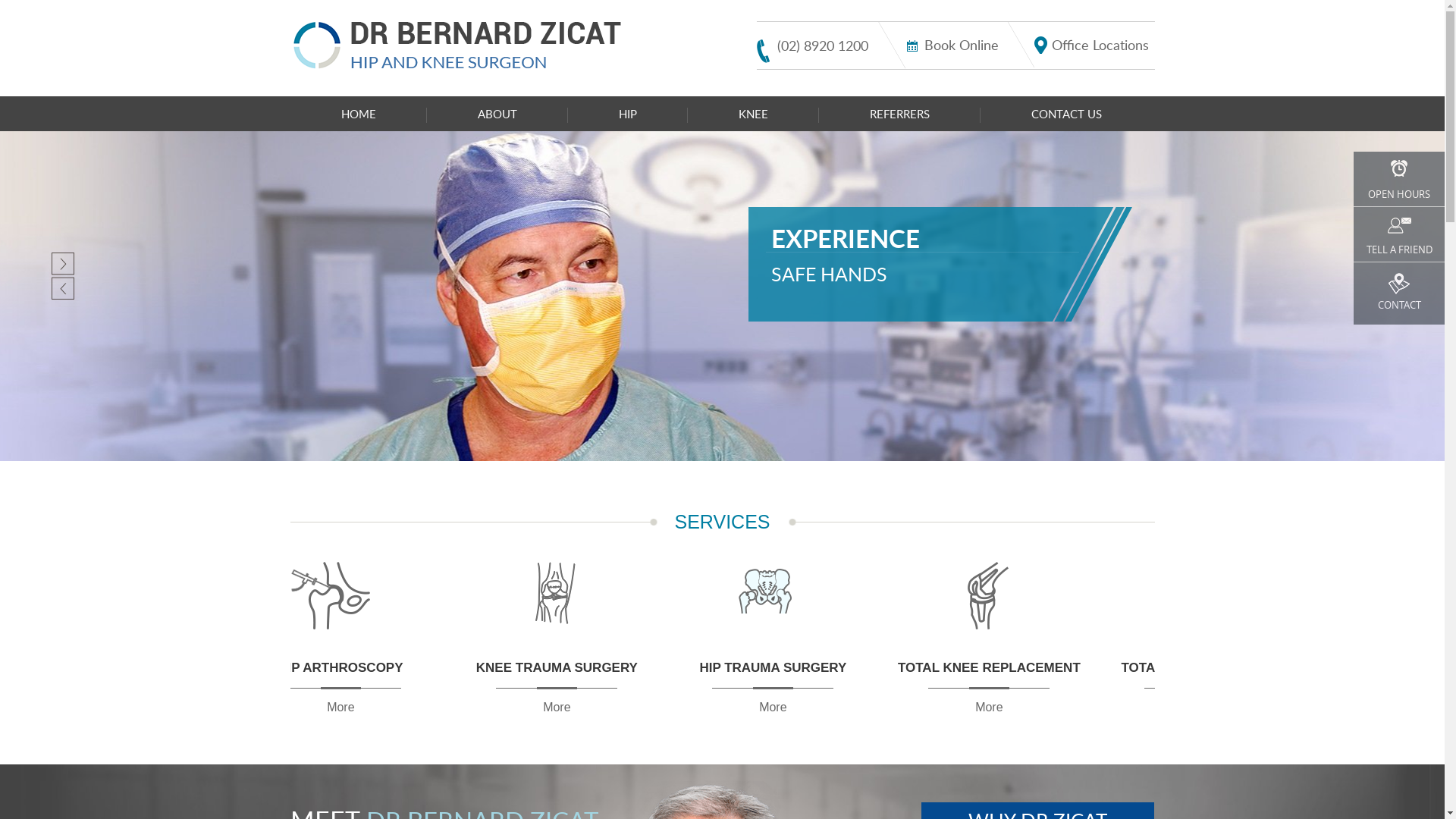  Describe the element at coordinates (67, 288) in the screenshot. I see `'Previous'` at that location.